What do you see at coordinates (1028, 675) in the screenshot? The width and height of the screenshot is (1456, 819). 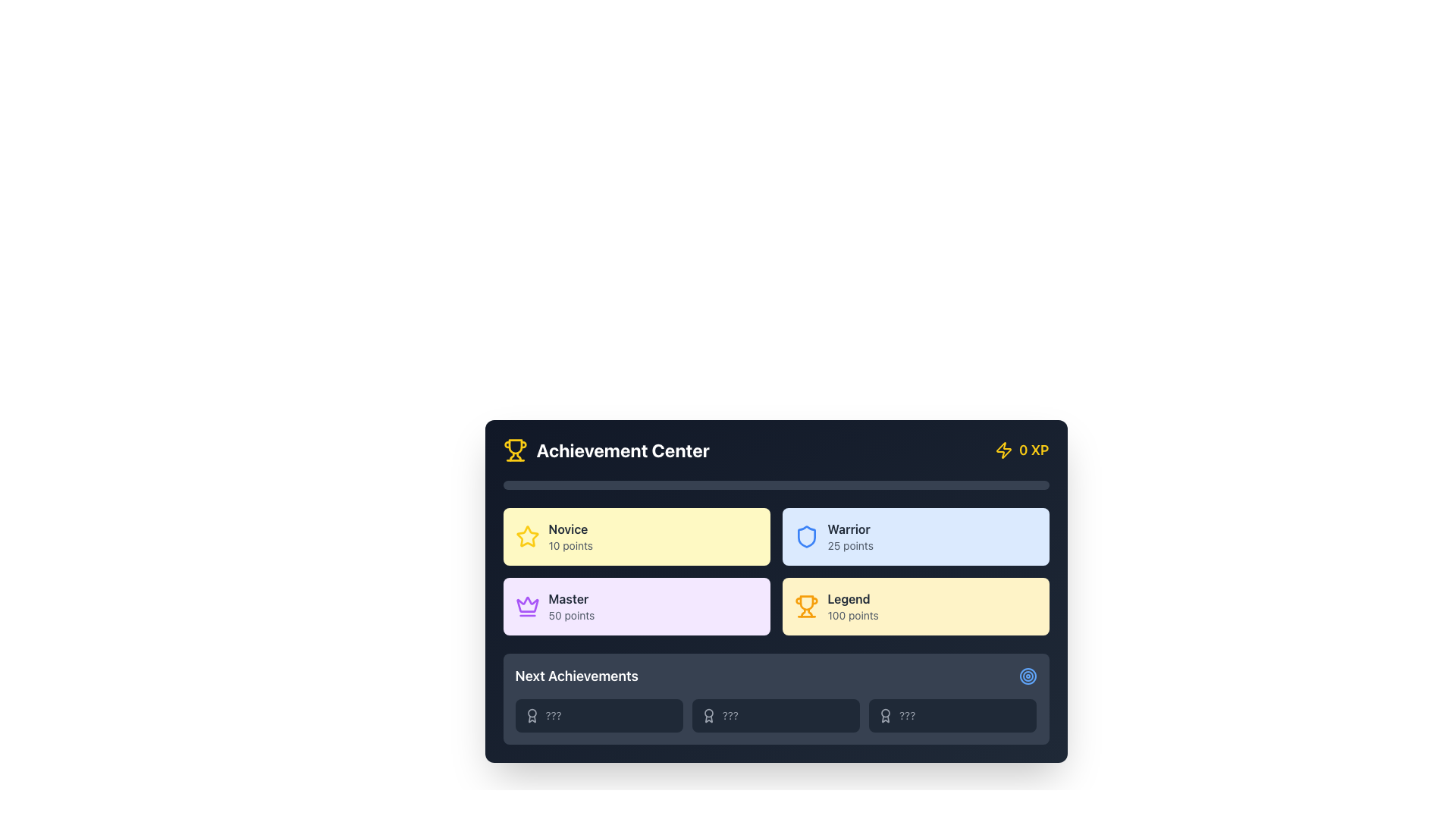 I see `the blue circular SVG graphic resembling a target icon with concentric rings located in the lower-right corner of the 'Next Achievements' card` at bounding box center [1028, 675].